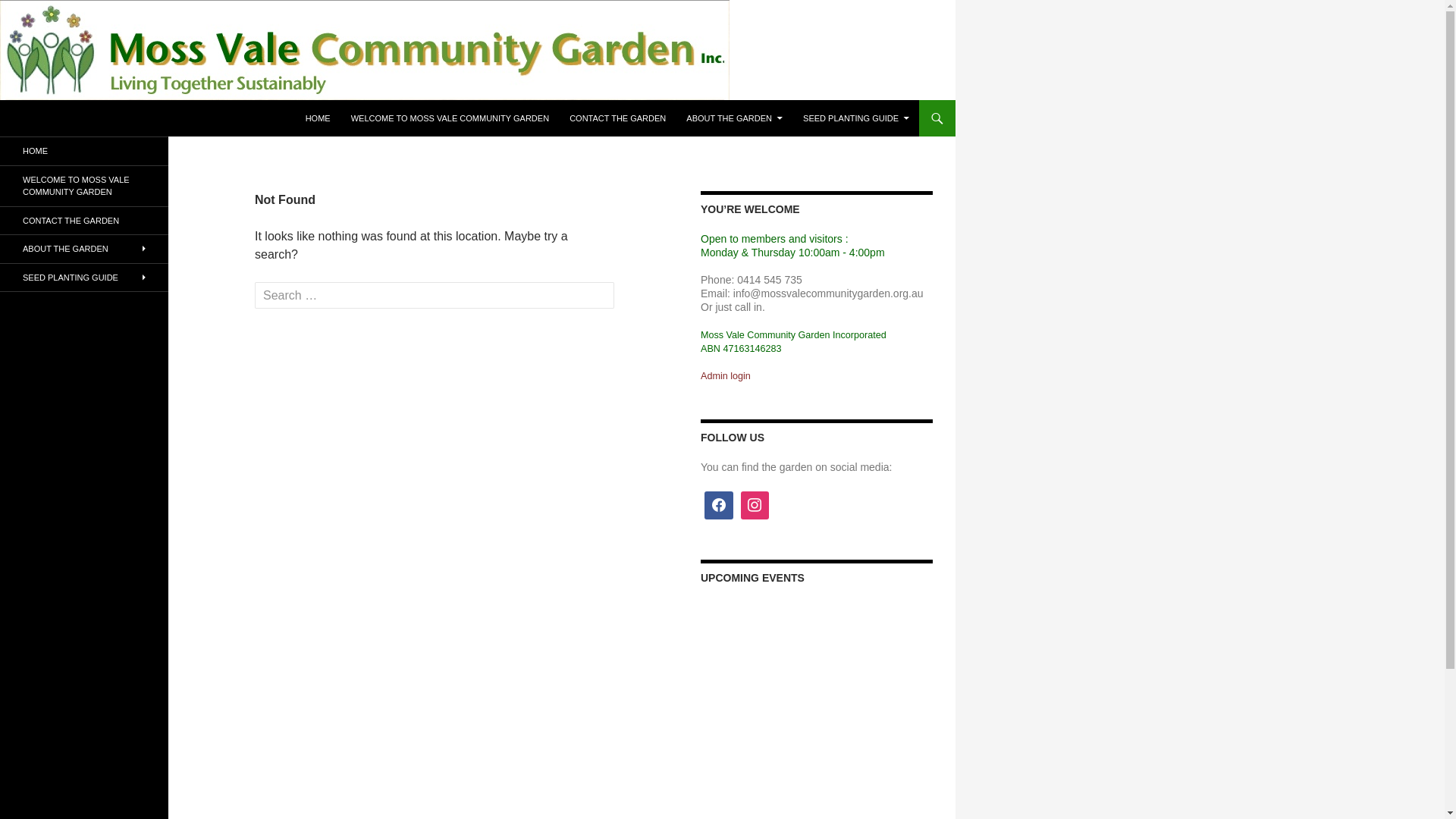  Describe the element at coordinates (304, 99) in the screenshot. I see `'SKIP TO CONTENT'` at that location.